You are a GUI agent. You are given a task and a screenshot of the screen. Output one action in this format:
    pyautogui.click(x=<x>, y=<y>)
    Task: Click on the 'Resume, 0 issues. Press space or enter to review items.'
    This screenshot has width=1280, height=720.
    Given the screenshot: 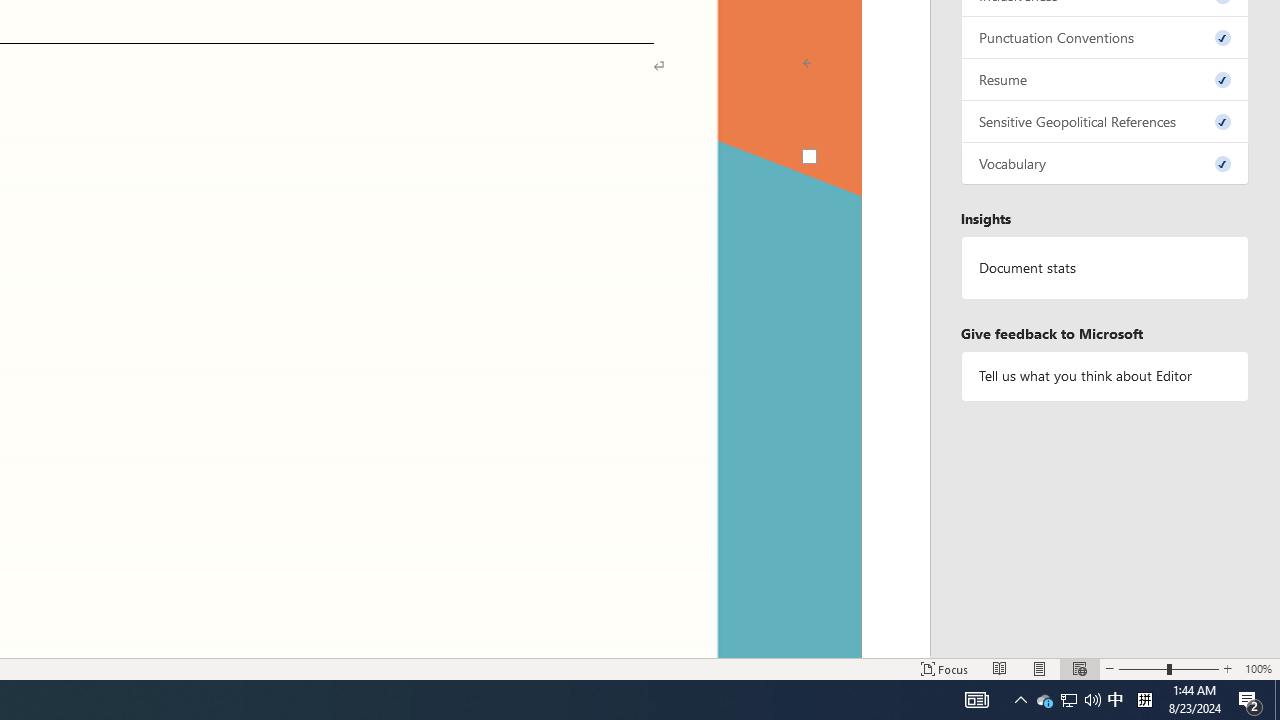 What is the action you would take?
    pyautogui.click(x=1104, y=78)
    